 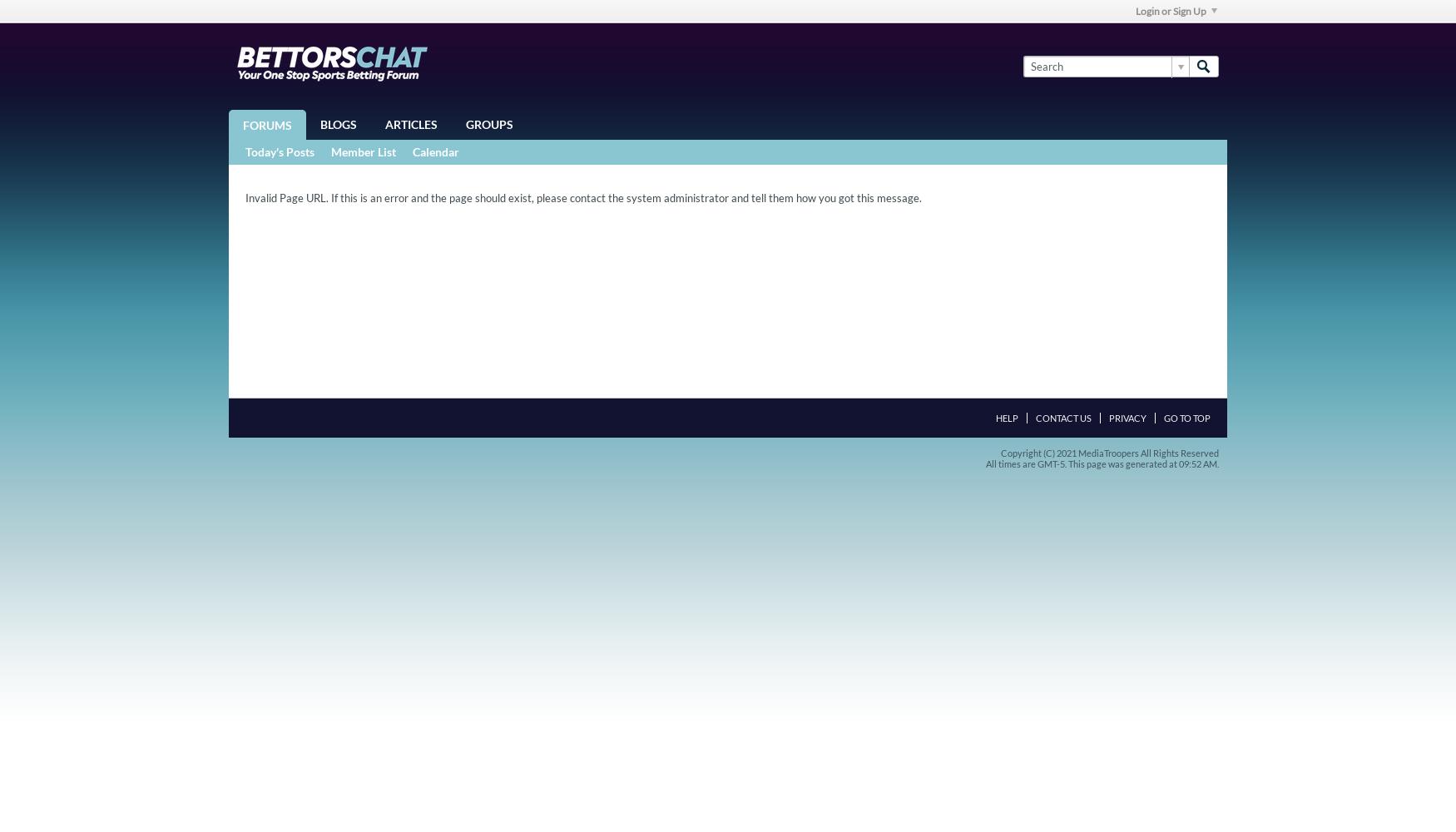 I want to click on 'Login or Sign Up', so click(x=1170, y=11).